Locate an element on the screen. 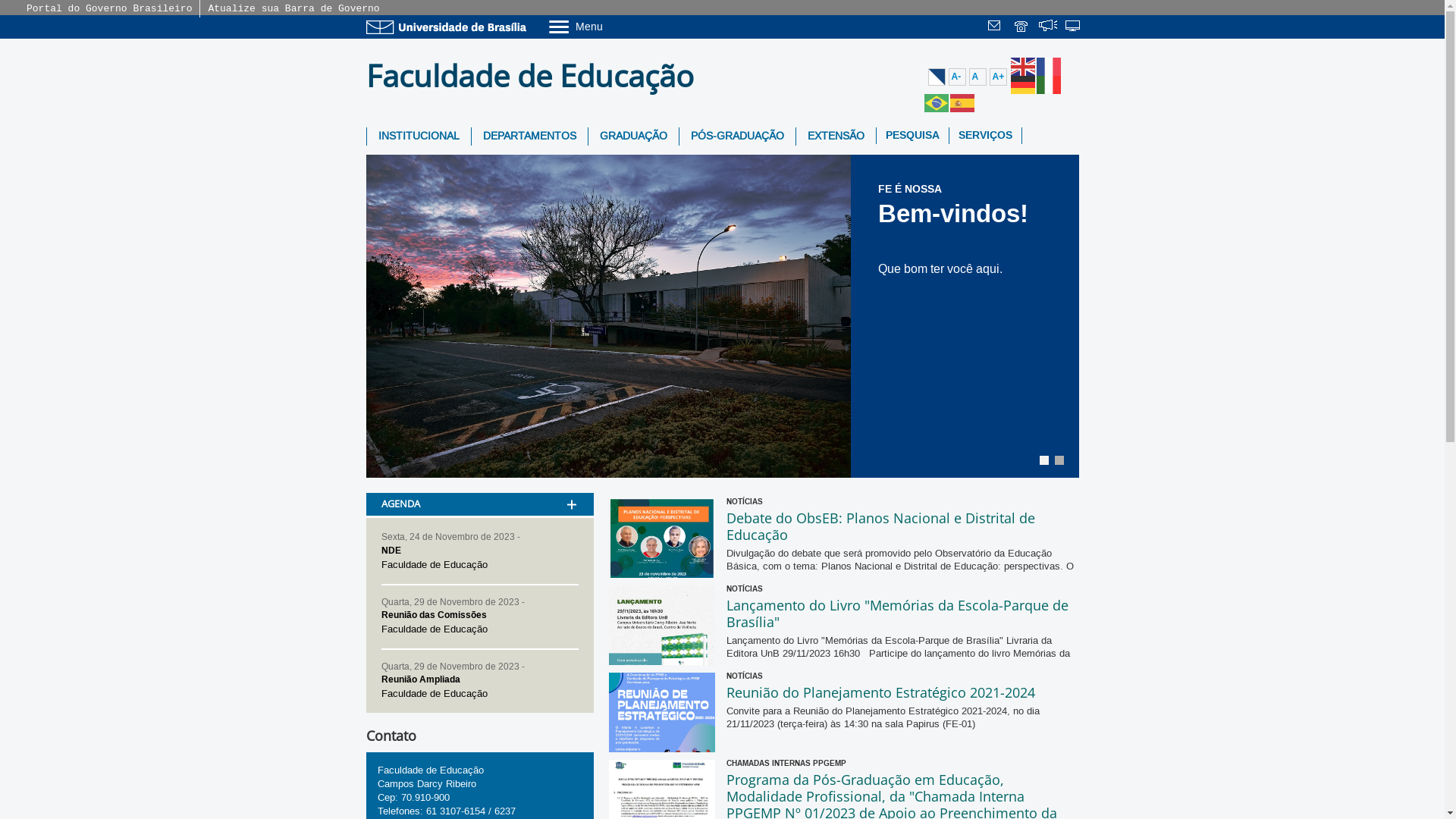 The width and height of the screenshot is (1456, 819). 'Sistemas' is located at coordinates (1073, 27).